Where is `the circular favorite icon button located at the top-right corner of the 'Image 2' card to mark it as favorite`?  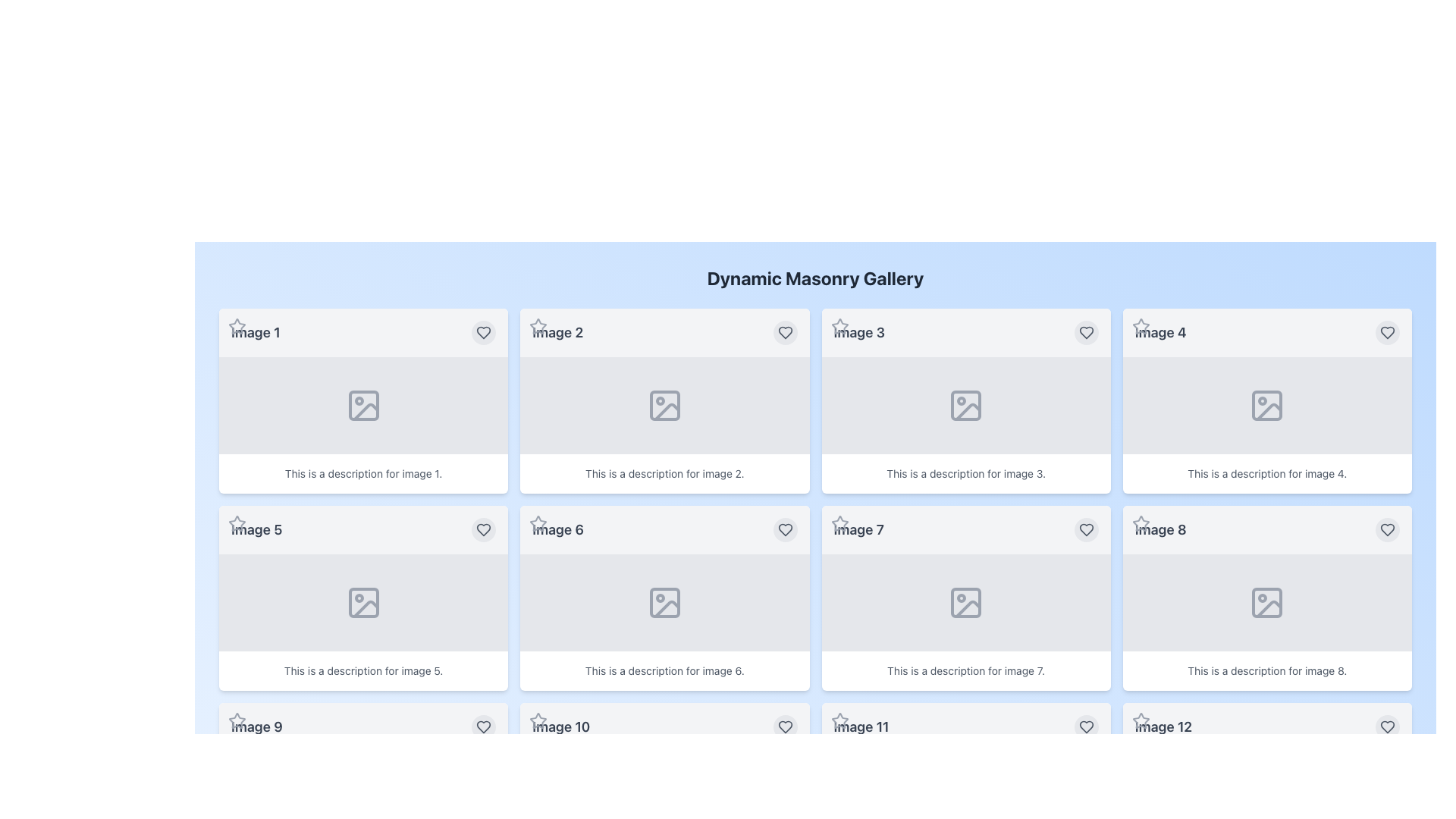 the circular favorite icon button located at the top-right corner of the 'Image 2' card to mark it as favorite is located at coordinates (785, 332).